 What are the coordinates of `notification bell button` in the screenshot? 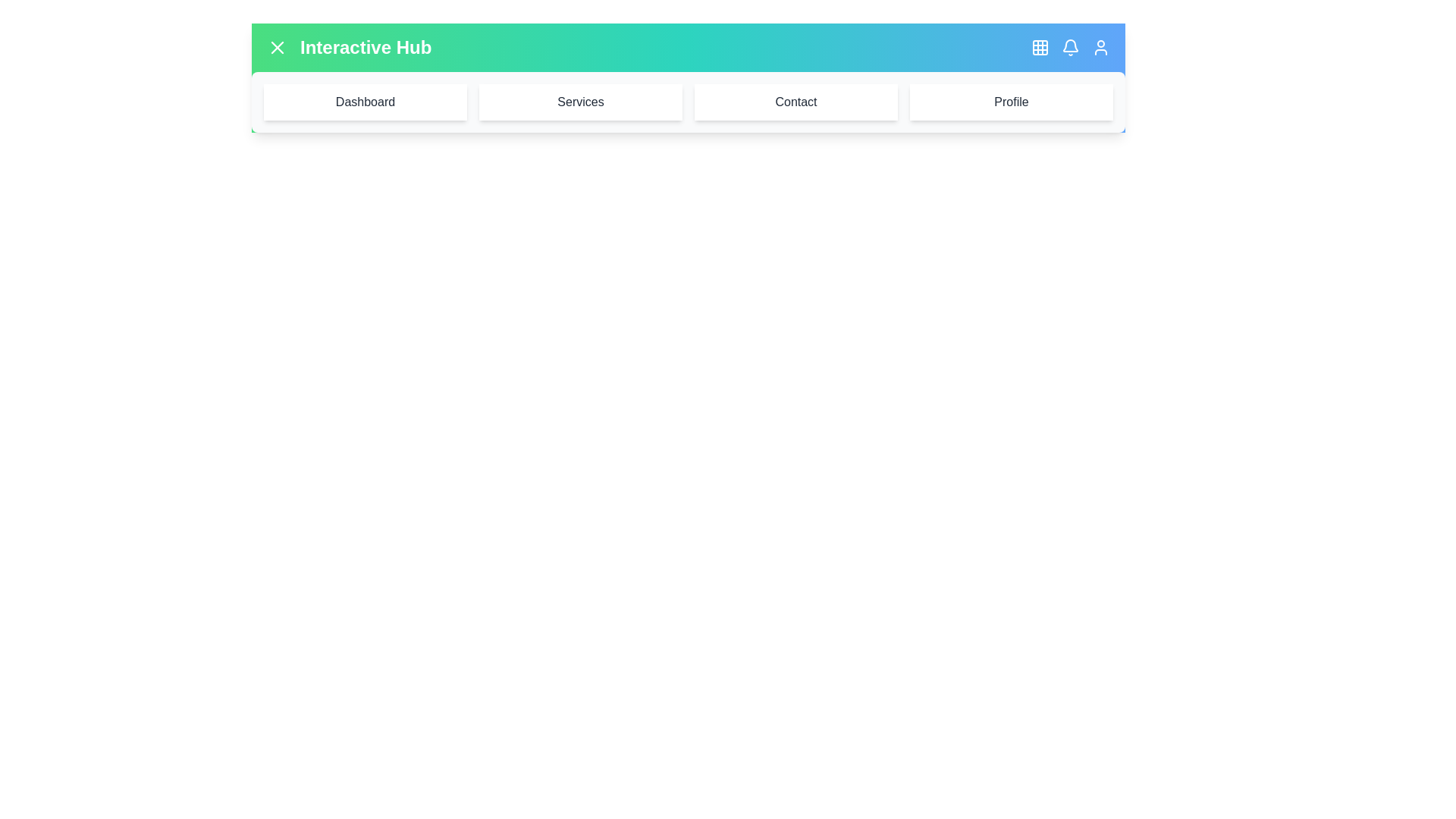 It's located at (1069, 46).